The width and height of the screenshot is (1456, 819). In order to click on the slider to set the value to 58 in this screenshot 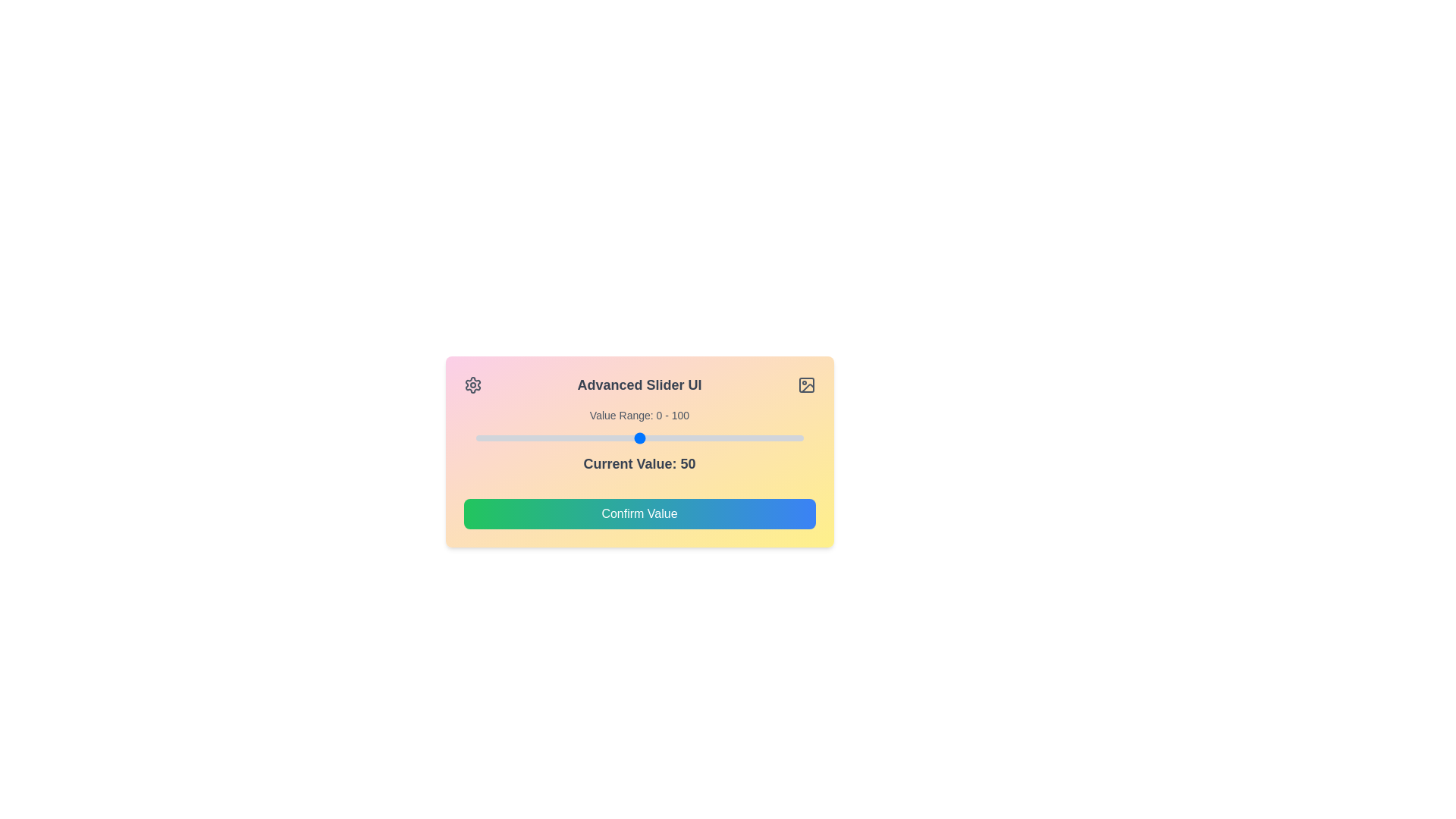, I will do `click(666, 438)`.